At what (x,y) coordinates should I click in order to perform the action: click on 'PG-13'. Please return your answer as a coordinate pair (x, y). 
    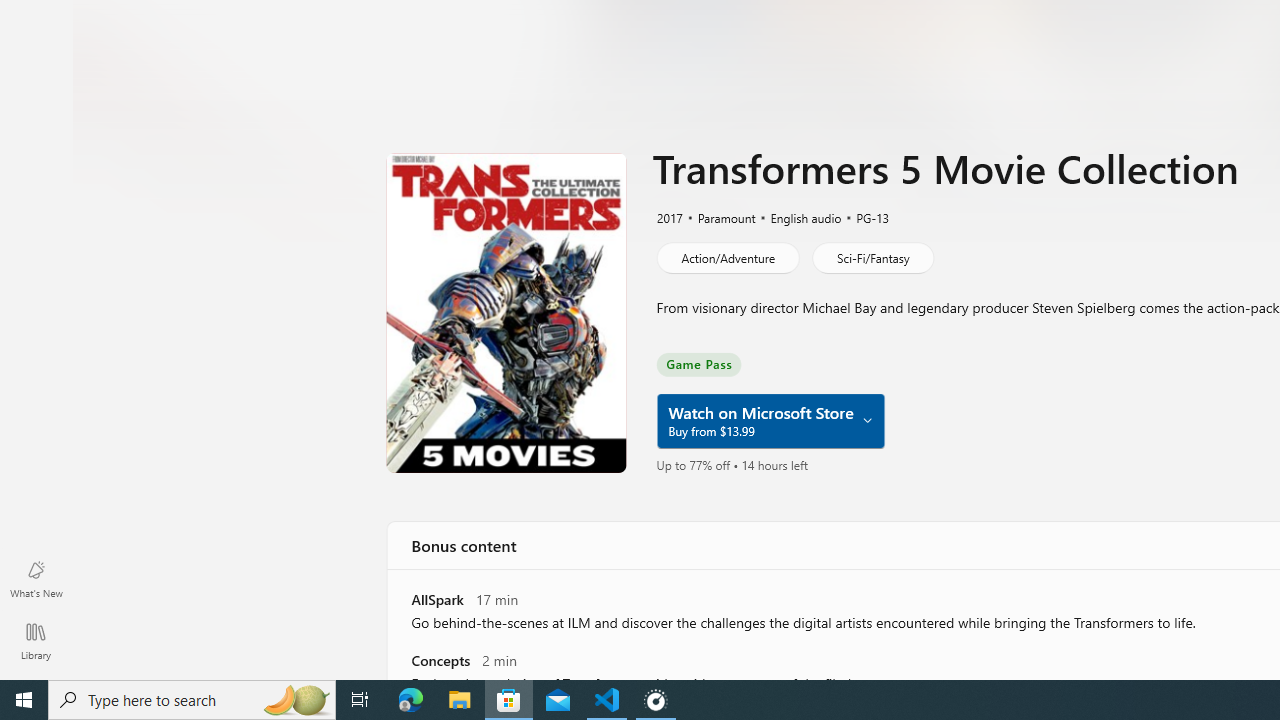
    Looking at the image, I should click on (863, 217).